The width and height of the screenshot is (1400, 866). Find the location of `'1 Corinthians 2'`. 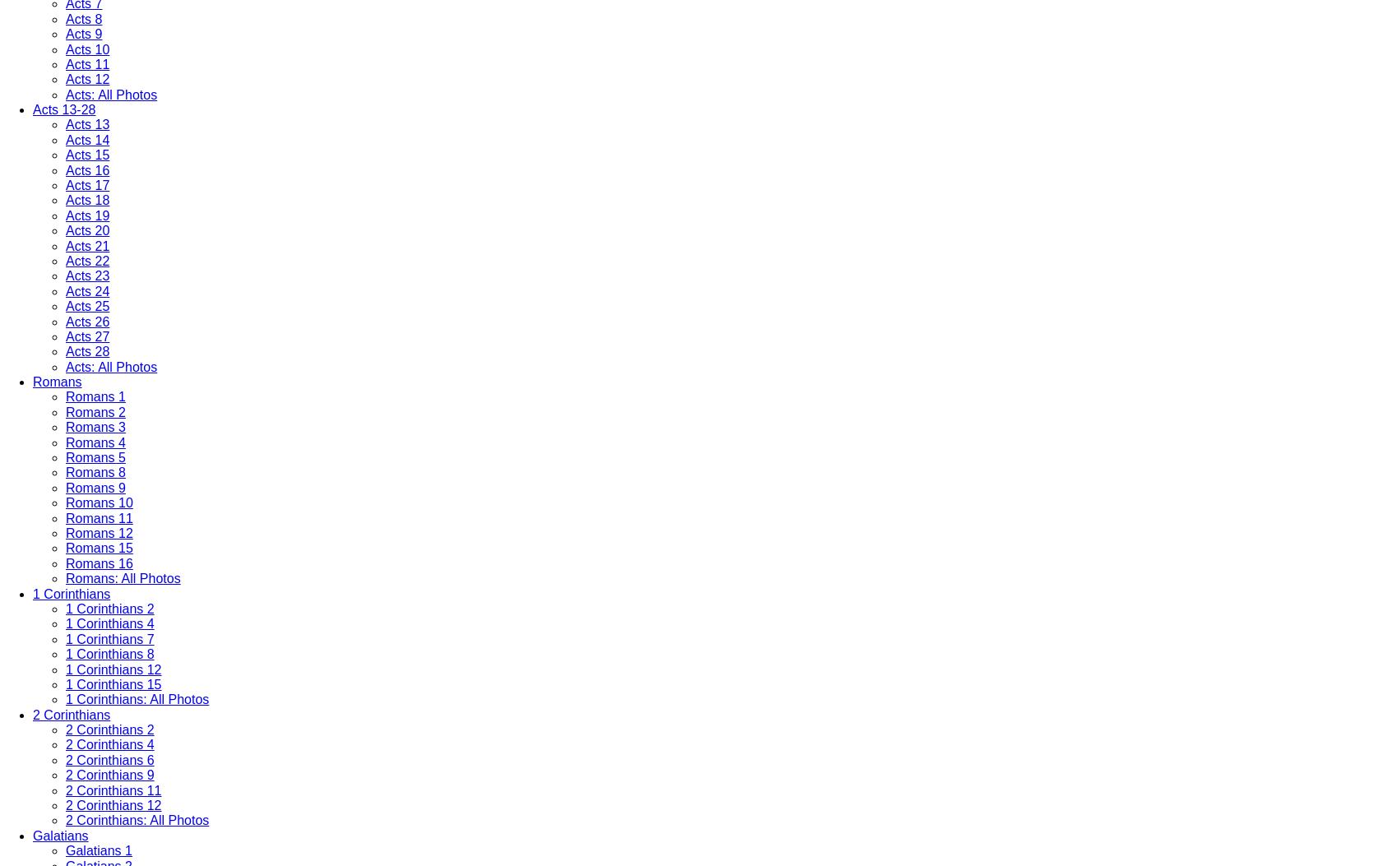

'1 Corinthians 2' is located at coordinates (109, 607).